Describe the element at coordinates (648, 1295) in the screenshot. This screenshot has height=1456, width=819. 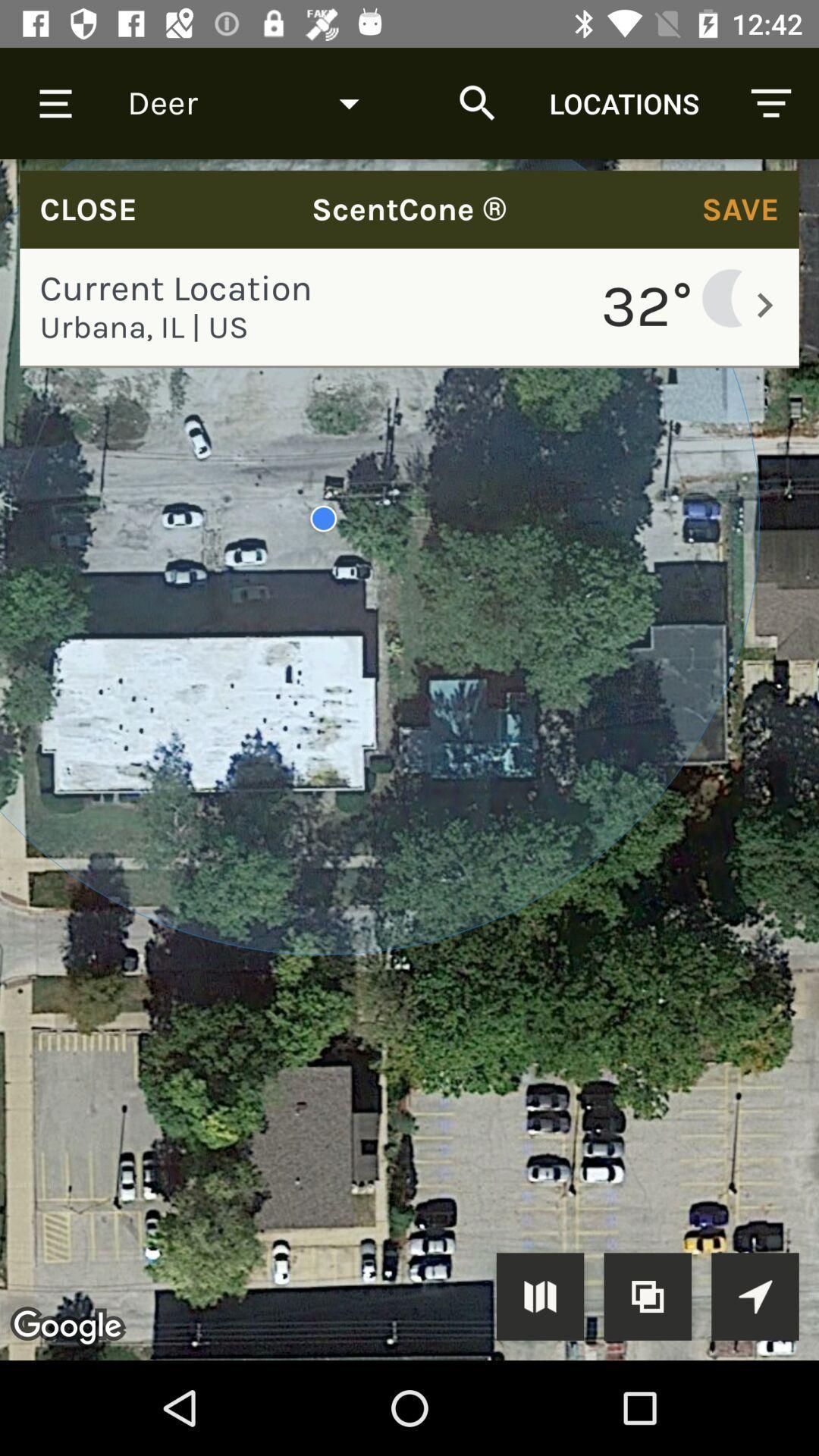
I see `zoom the image` at that location.